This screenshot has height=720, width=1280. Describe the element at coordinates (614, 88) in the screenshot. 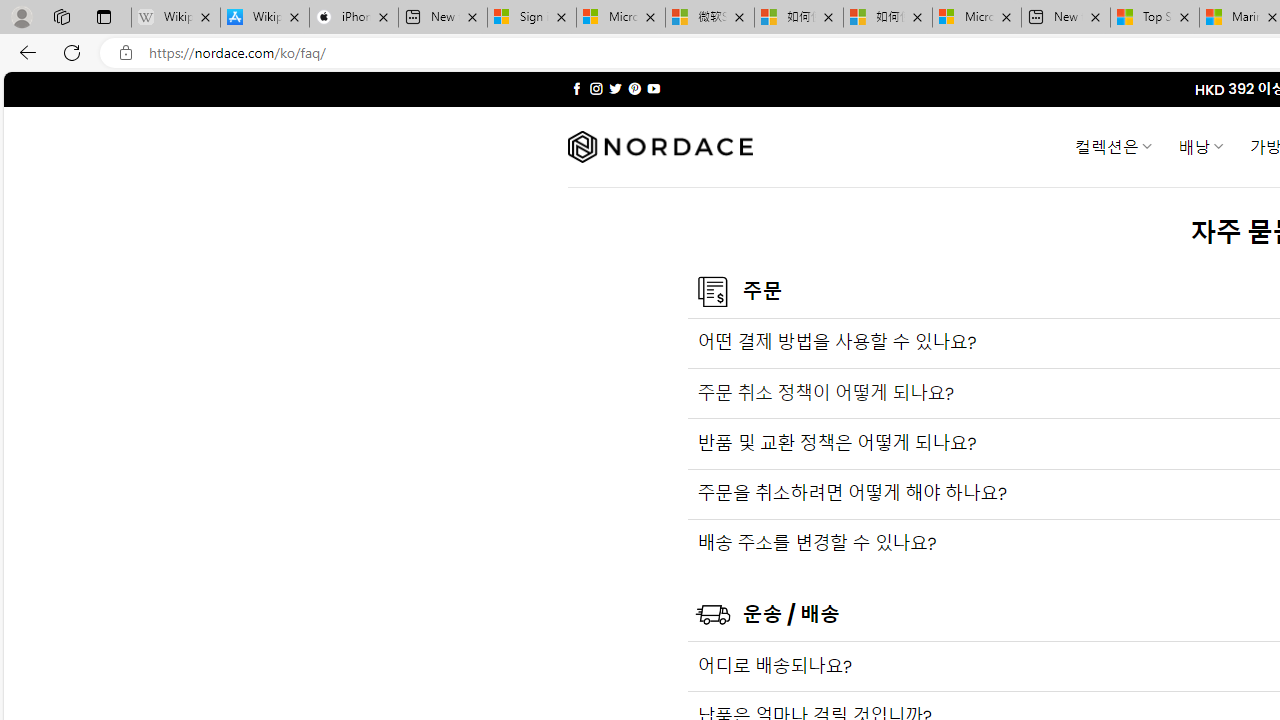

I see `'Follow on Twitter'` at that location.